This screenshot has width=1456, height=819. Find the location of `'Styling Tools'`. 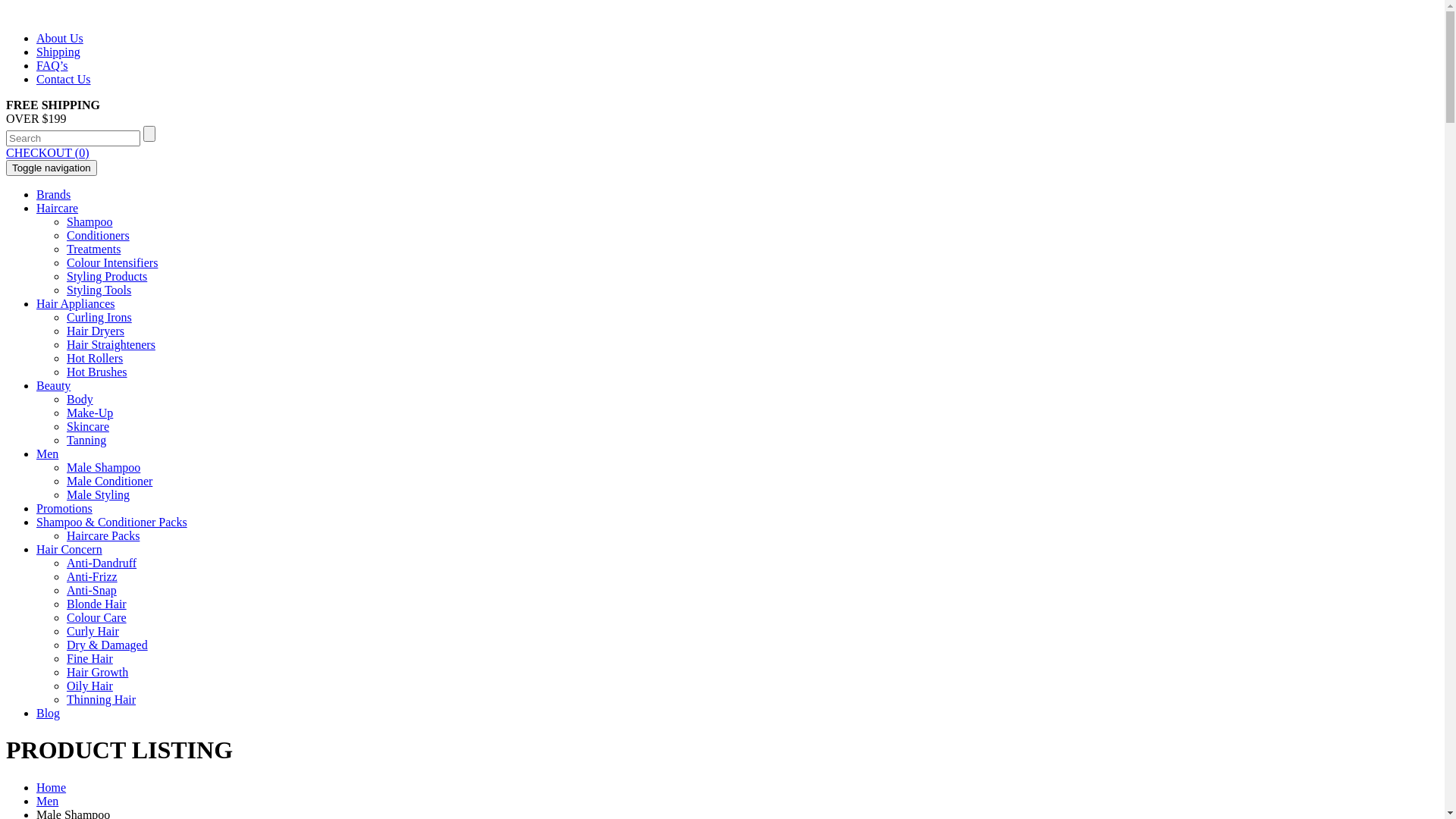

'Styling Tools' is located at coordinates (98, 290).